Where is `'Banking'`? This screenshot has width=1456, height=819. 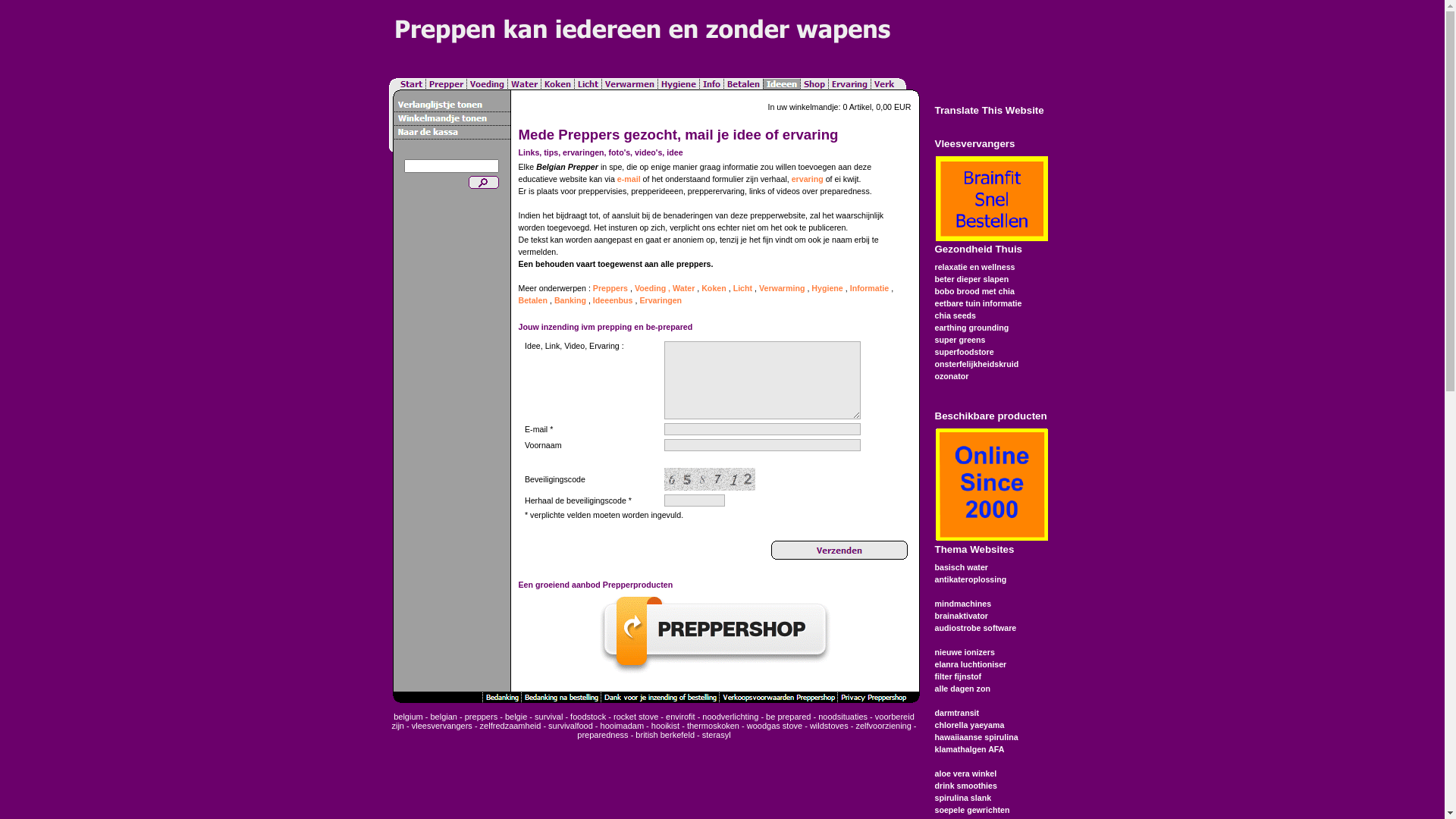
'Banking' is located at coordinates (570, 300).